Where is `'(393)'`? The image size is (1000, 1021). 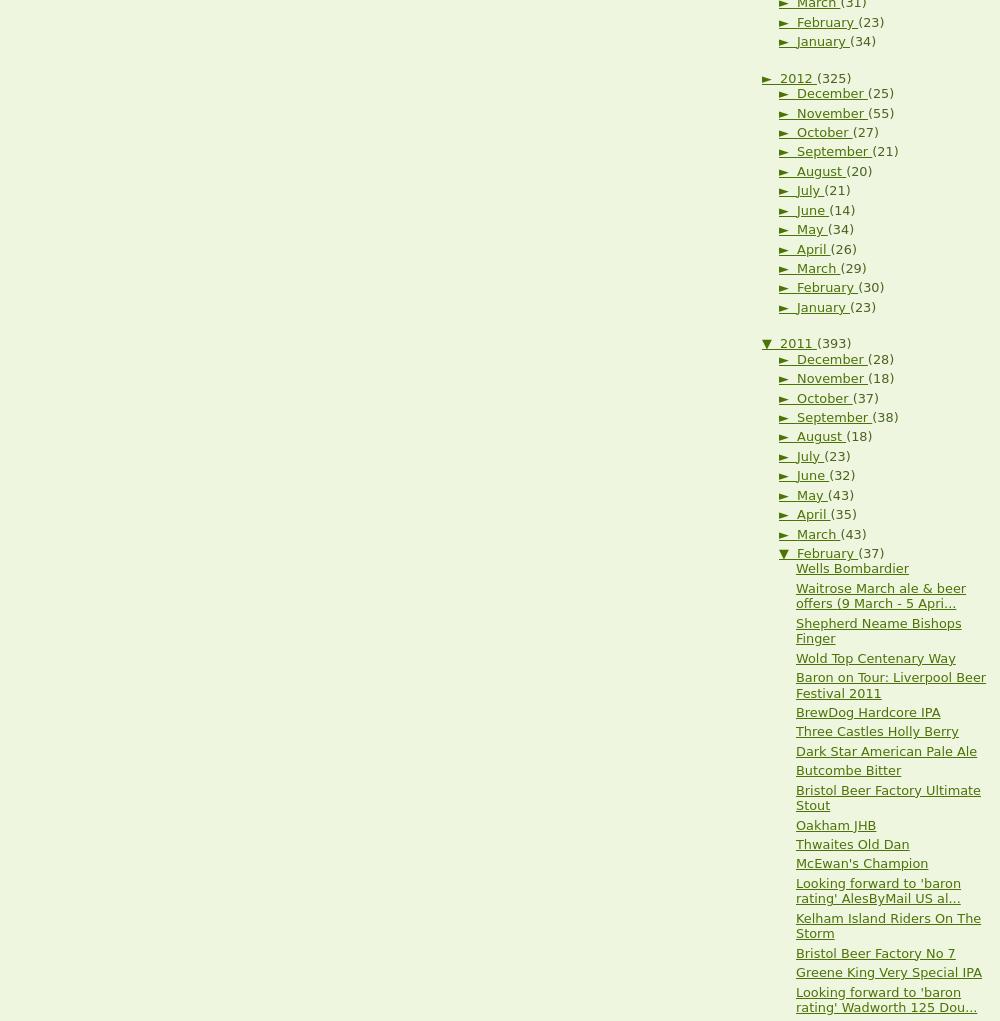 '(393)' is located at coordinates (832, 342).